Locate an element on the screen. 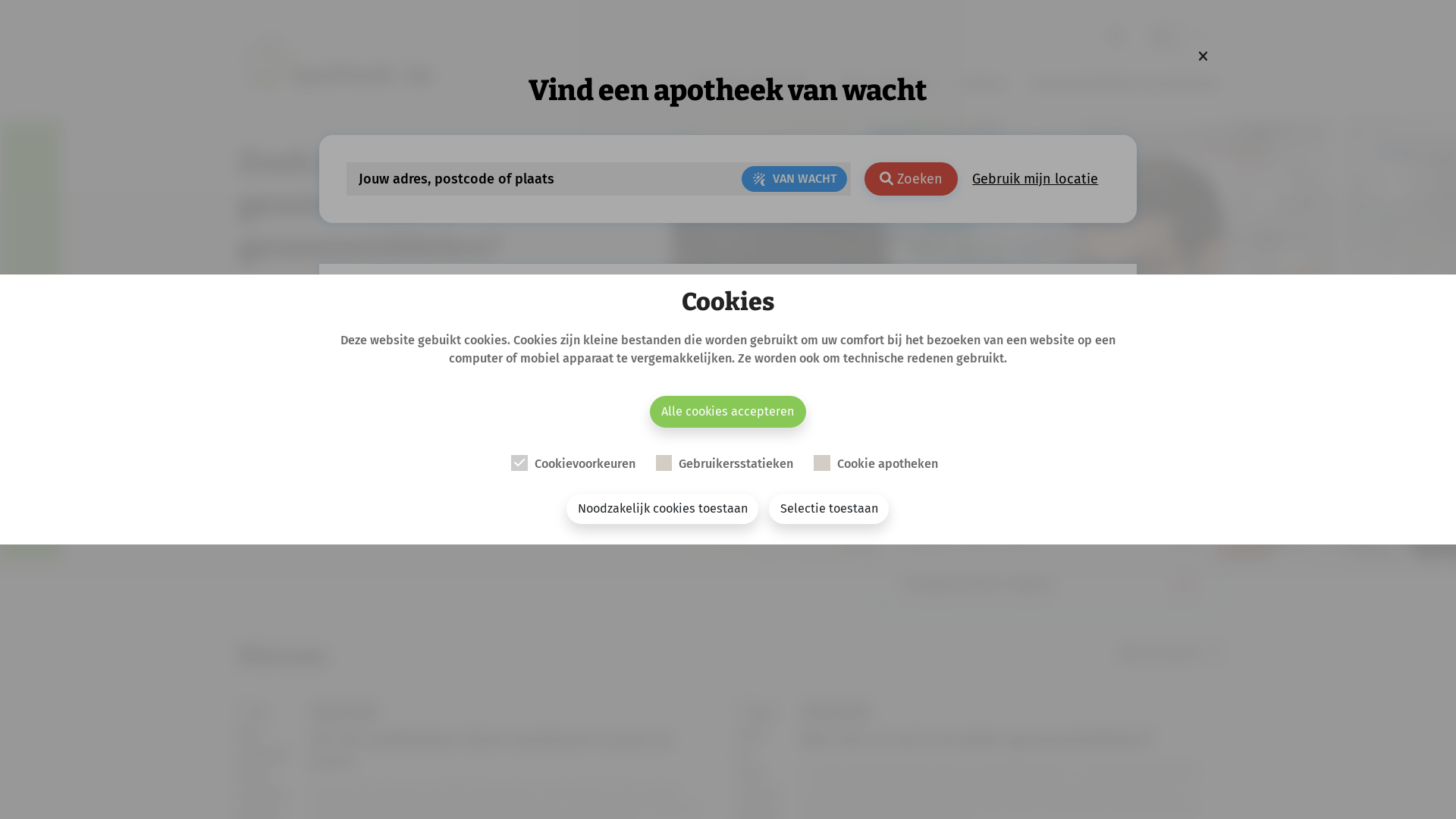 The image size is (1456, 819). 'NL' is located at coordinates (1143, 36).